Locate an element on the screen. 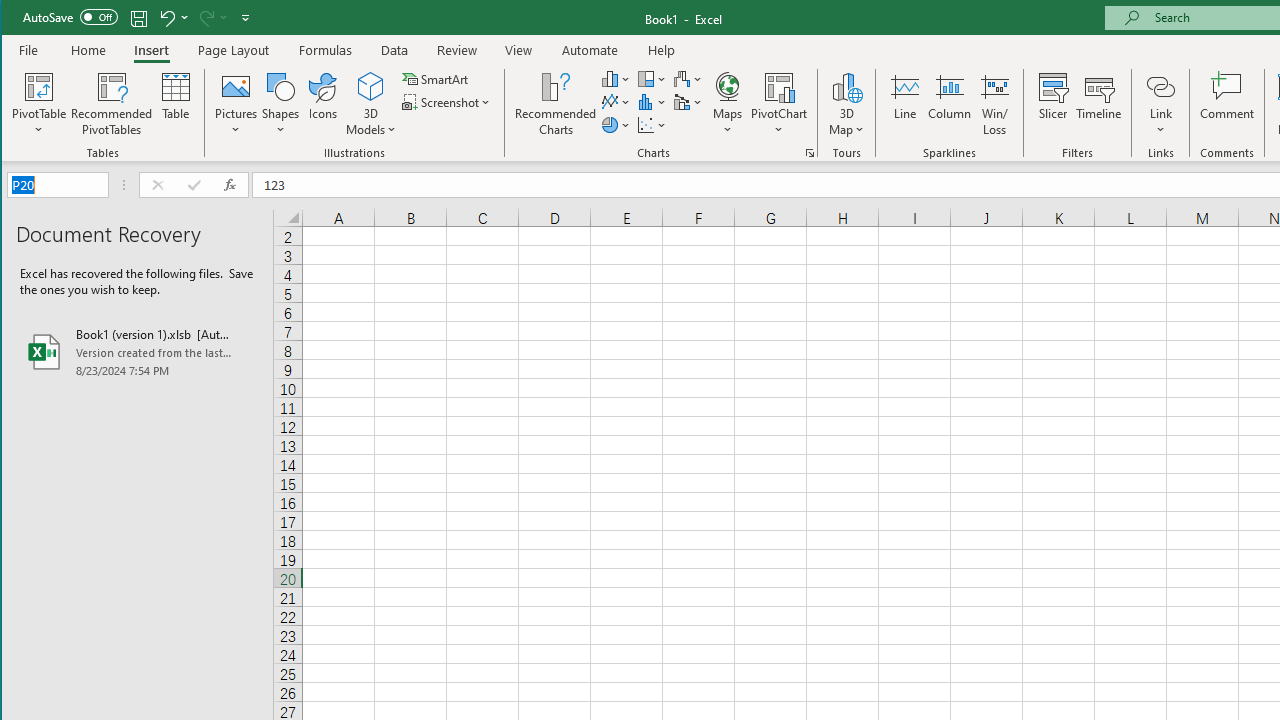 The image size is (1280, 720). 'Insert Waterfall, Funnel, Stock, Surface, or Radar Chart' is located at coordinates (688, 78).